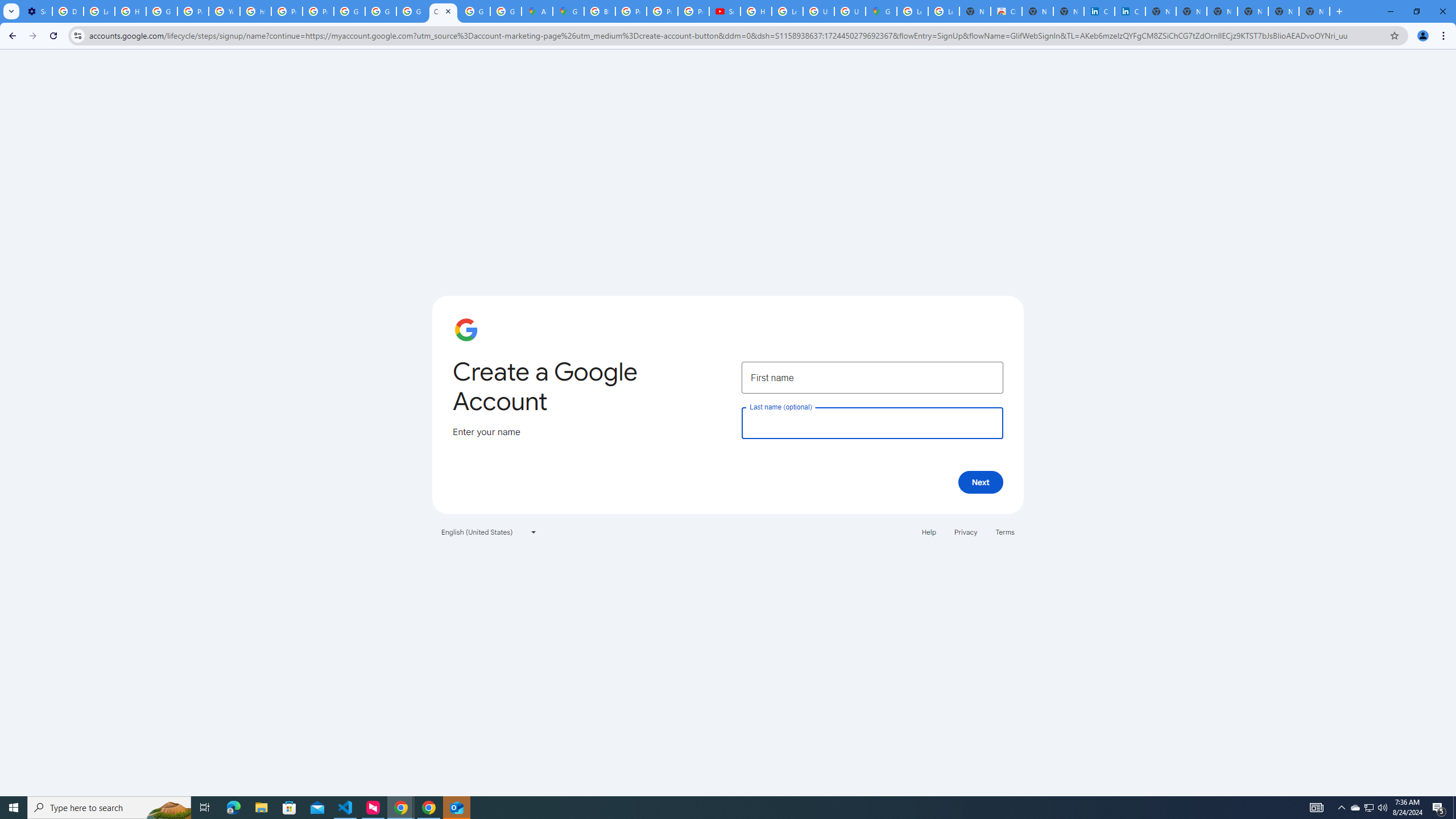 The height and width of the screenshot is (819, 1456). Describe the element at coordinates (67, 11) in the screenshot. I see `'Delete photos & videos - Computer - Google Photos Help'` at that location.